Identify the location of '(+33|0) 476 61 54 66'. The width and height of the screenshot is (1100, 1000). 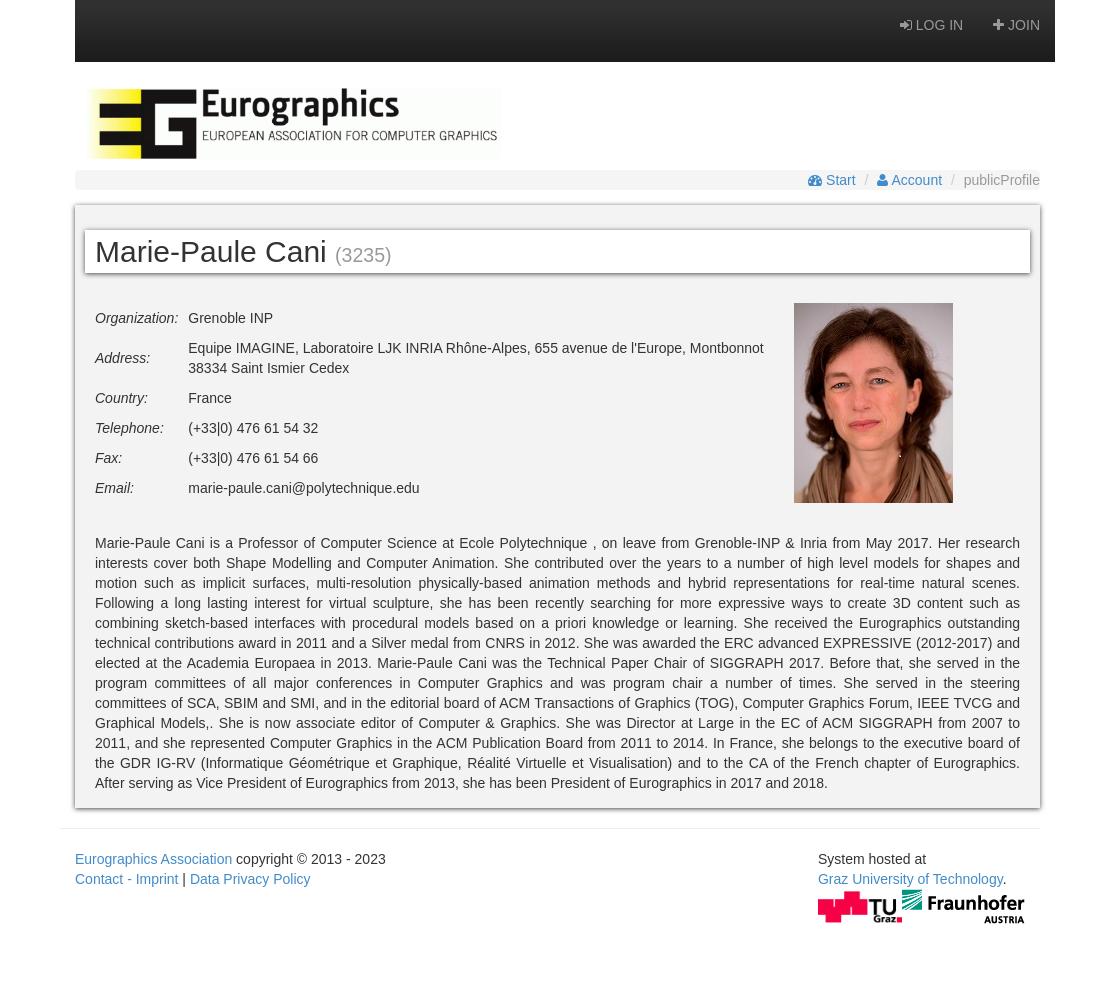
(253, 457).